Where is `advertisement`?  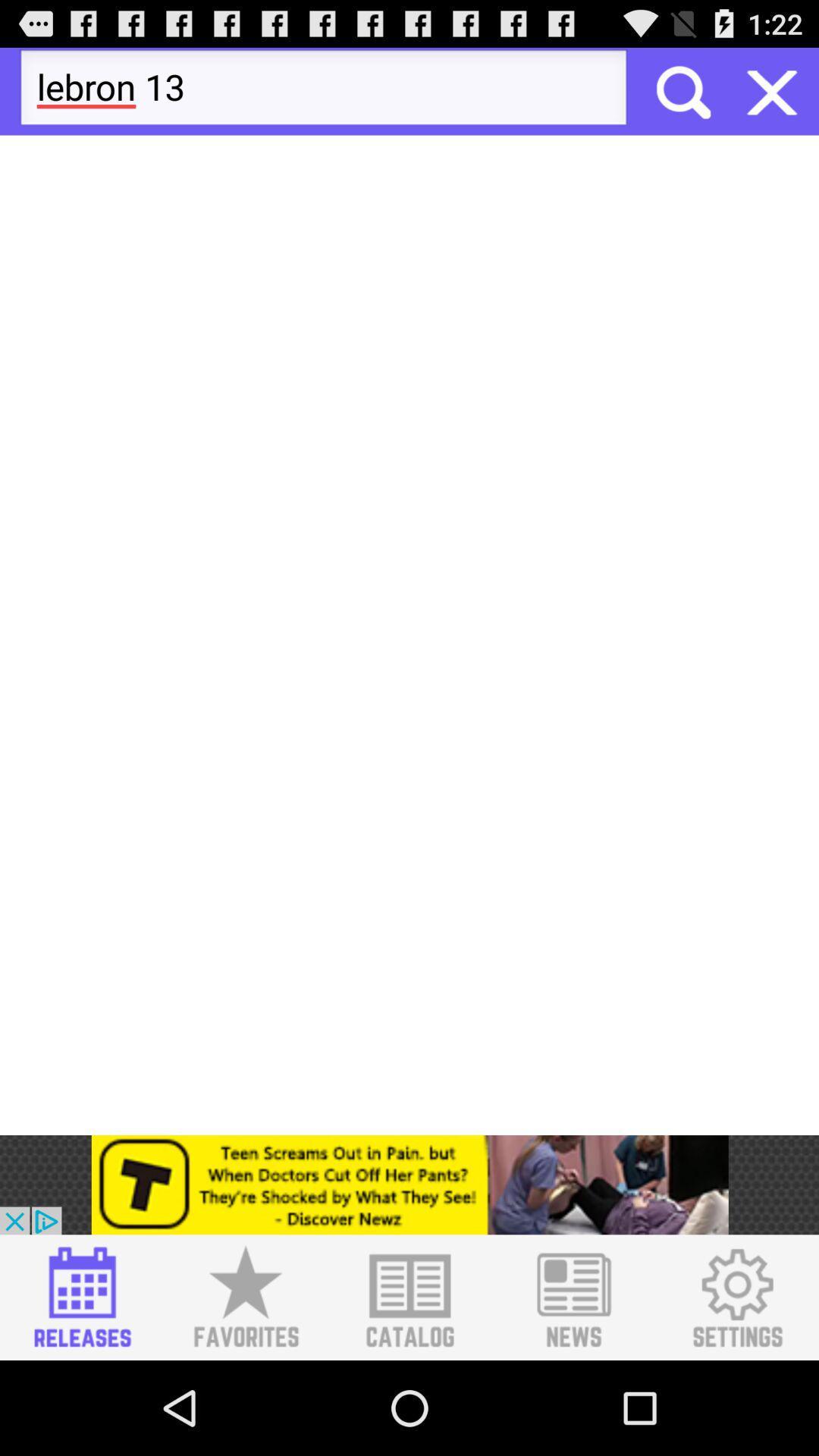 advertisement is located at coordinates (409, 1297).